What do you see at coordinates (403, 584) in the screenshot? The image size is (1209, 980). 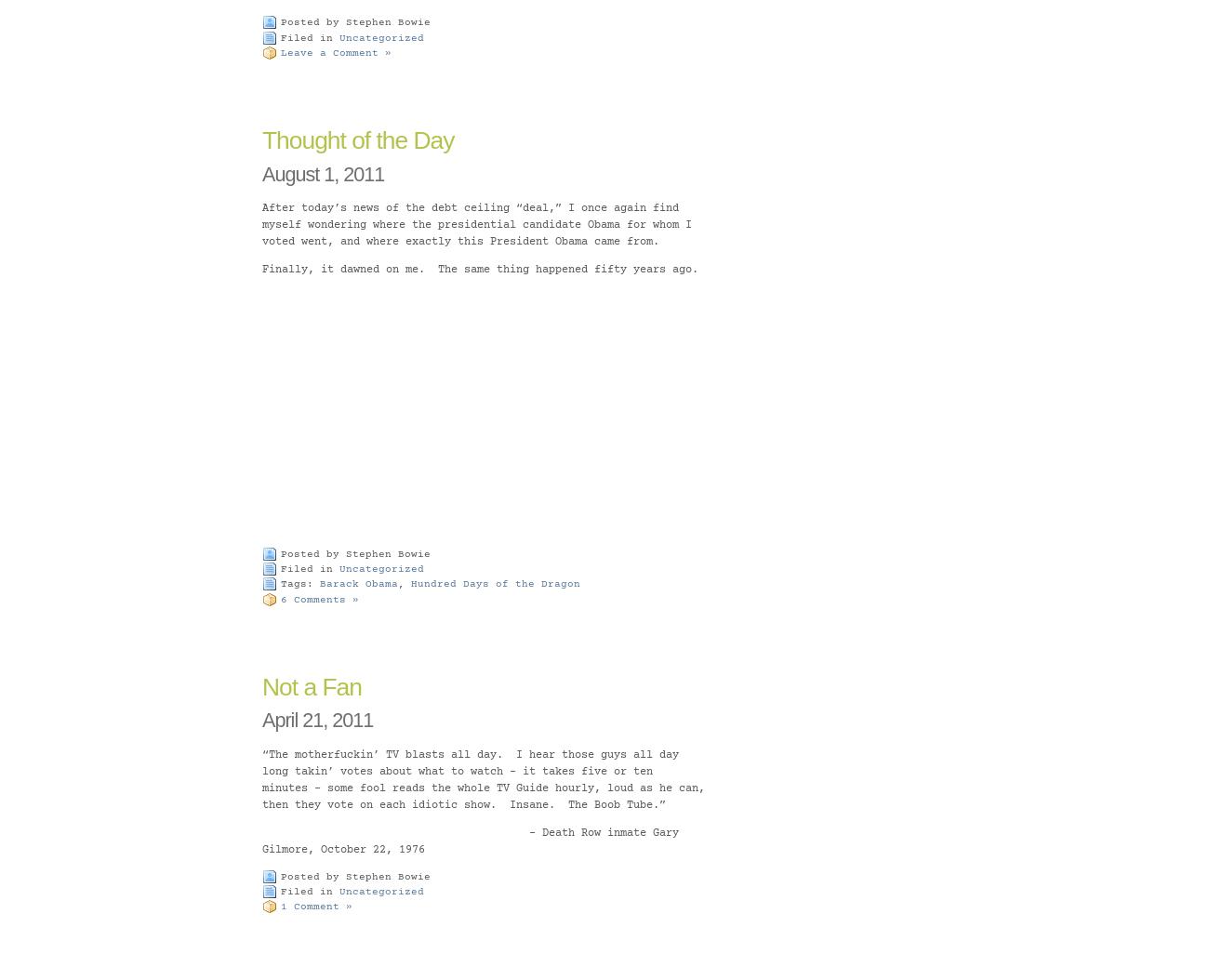 I see `','` at bounding box center [403, 584].